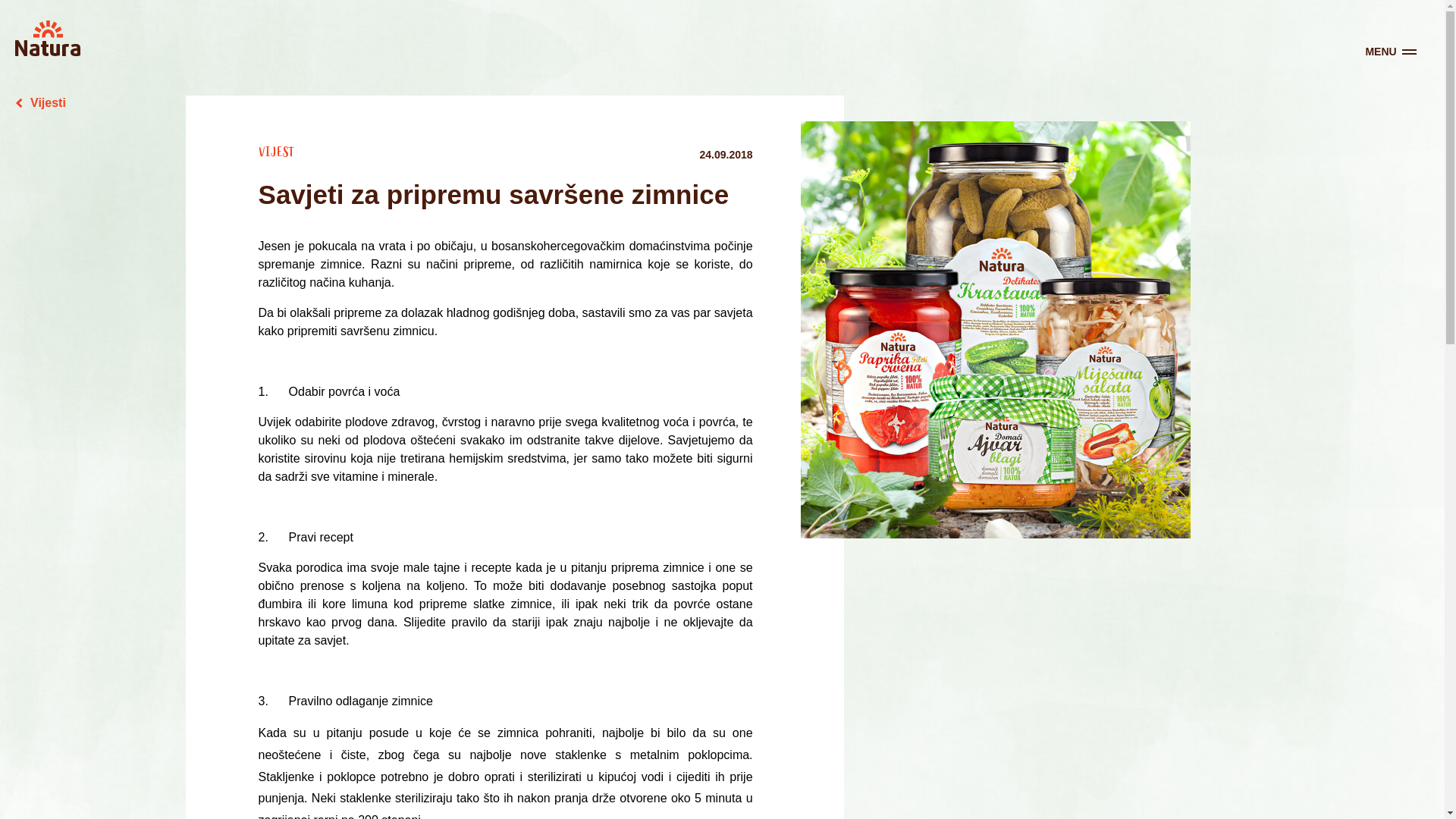 This screenshot has width=1456, height=819. I want to click on 'Vijesti', so click(40, 102).